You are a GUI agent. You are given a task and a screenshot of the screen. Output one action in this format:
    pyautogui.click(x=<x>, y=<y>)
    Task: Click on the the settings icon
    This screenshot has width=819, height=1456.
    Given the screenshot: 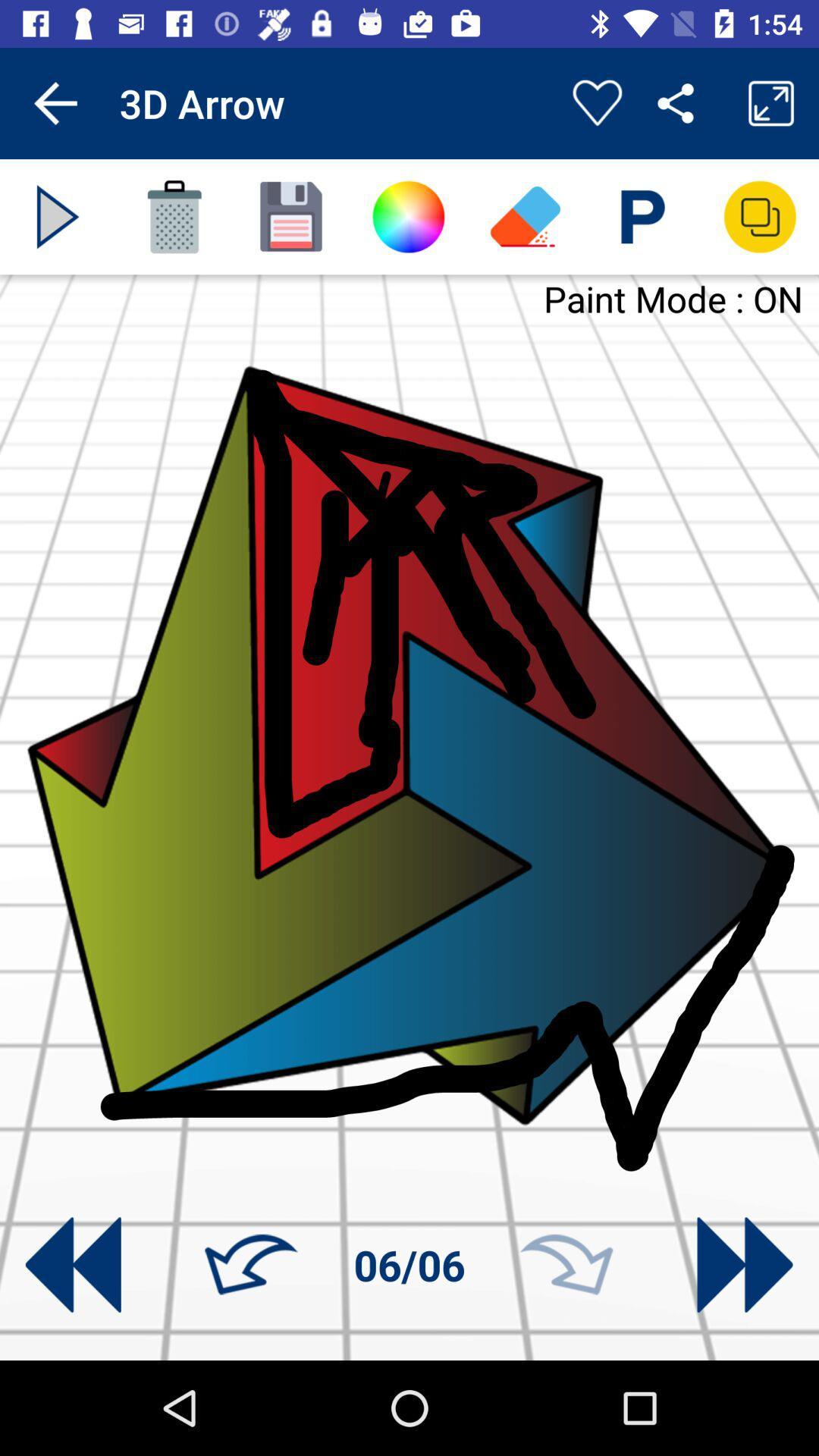 What is the action you would take?
    pyautogui.click(x=642, y=105)
    